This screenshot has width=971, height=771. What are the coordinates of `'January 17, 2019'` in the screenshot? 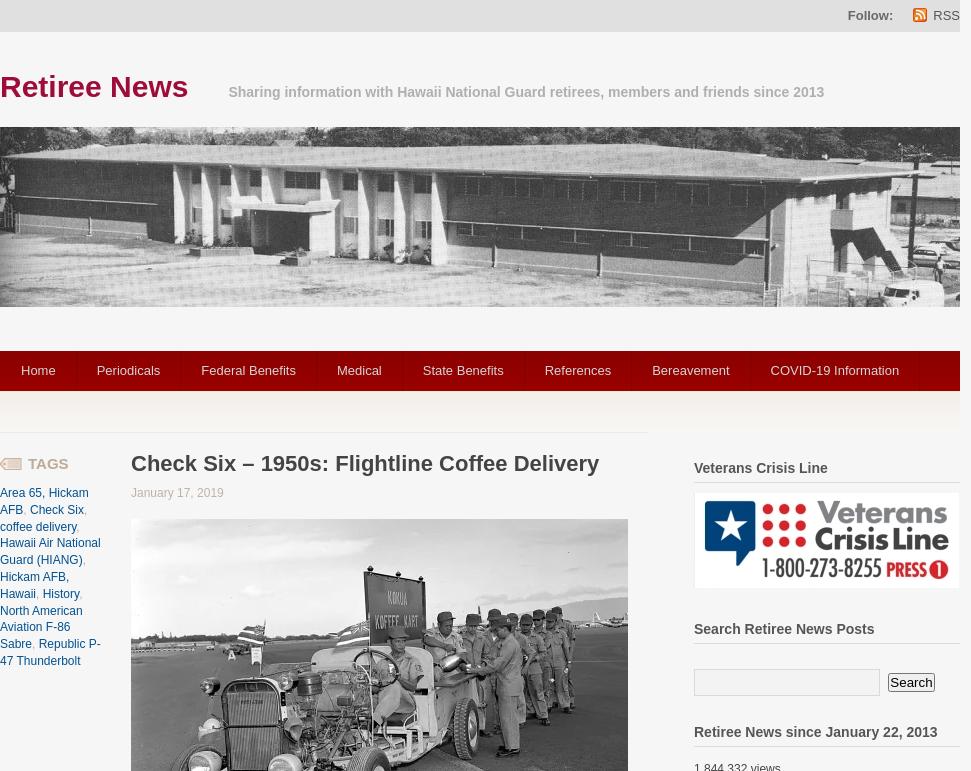 It's located at (176, 492).